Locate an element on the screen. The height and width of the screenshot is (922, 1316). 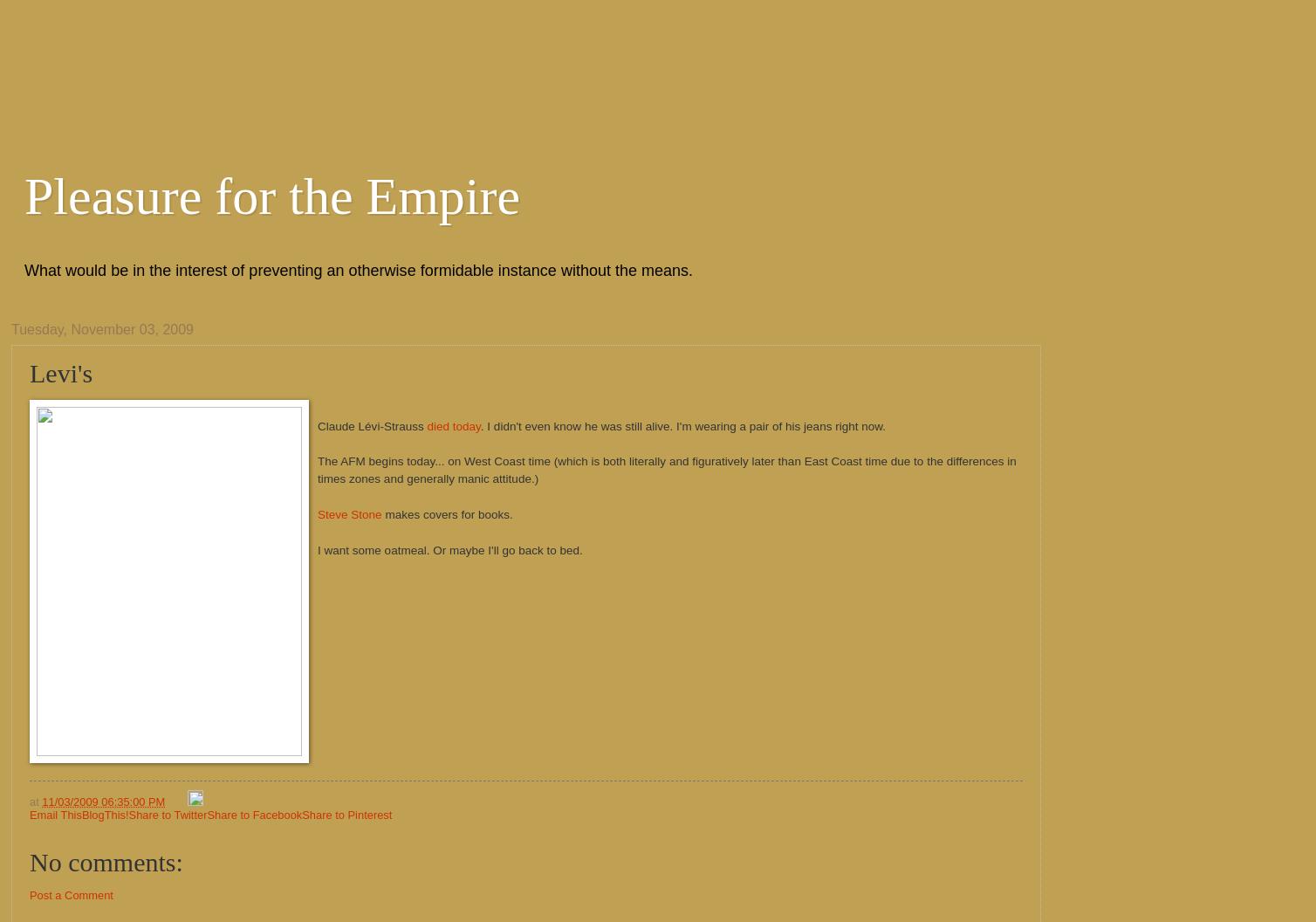
'Steve Stone' is located at coordinates (349, 514).